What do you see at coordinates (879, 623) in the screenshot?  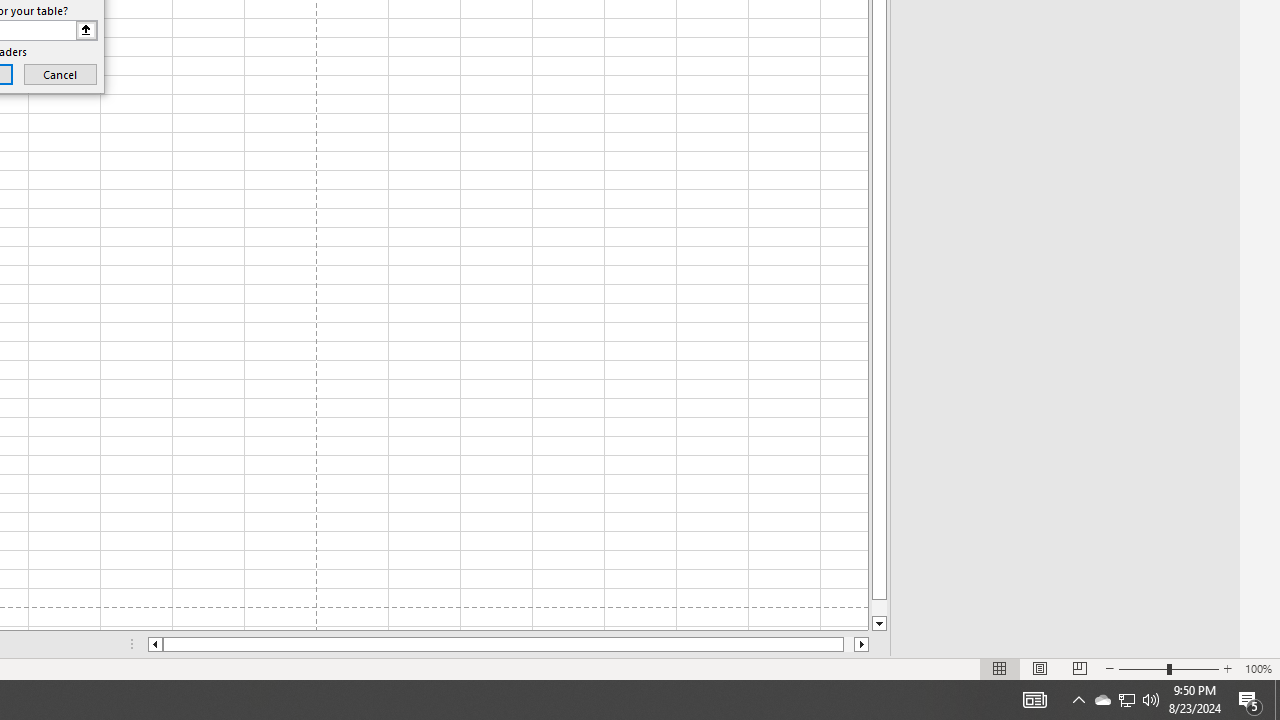 I see `'Line down'` at bounding box center [879, 623].